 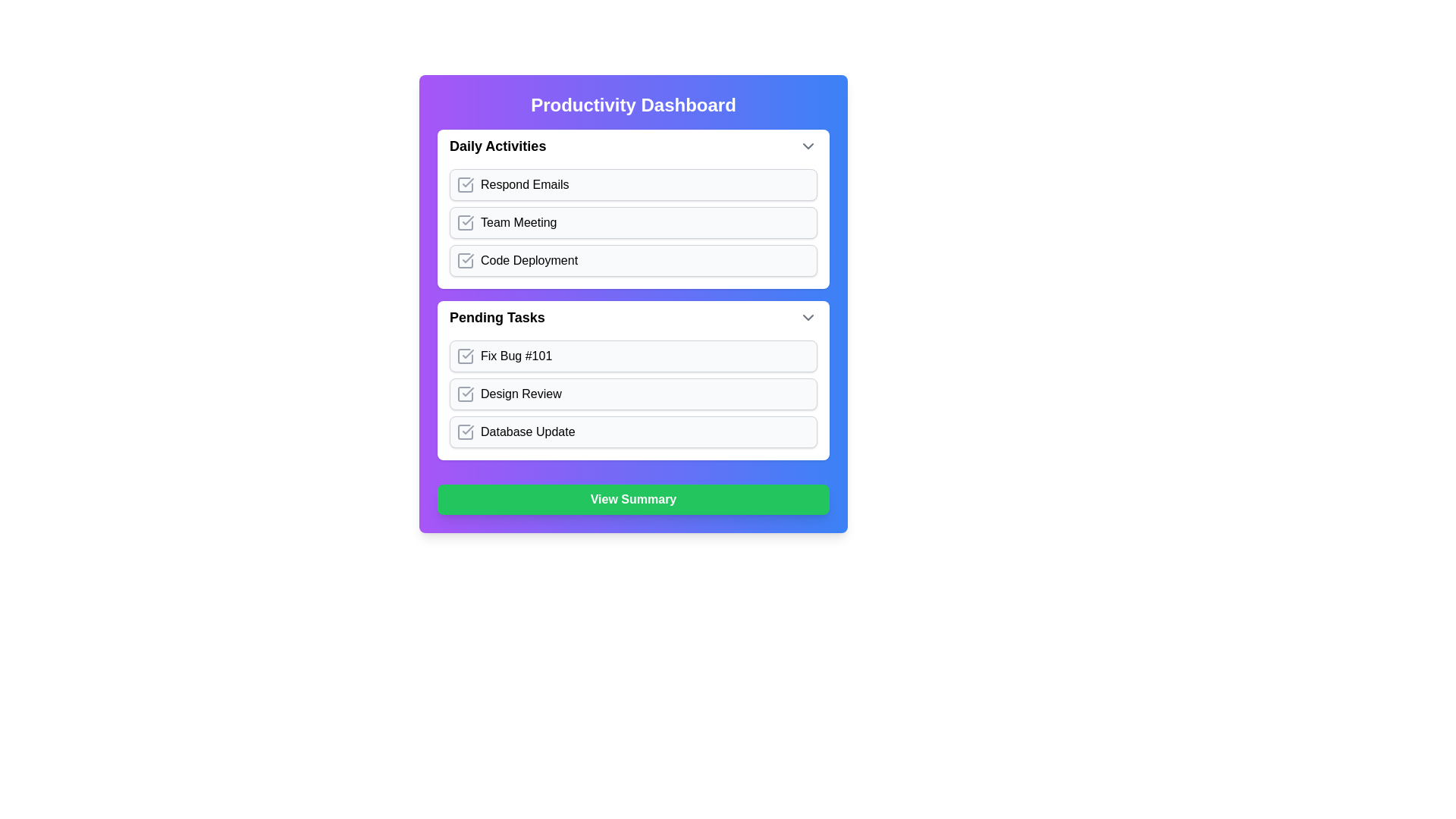 I want to click on the checkbox icon with a checkmark inside it located in the 'Pending Tasks' section of the 'Fix Bug #101' task item, so click(x=465, y=356).